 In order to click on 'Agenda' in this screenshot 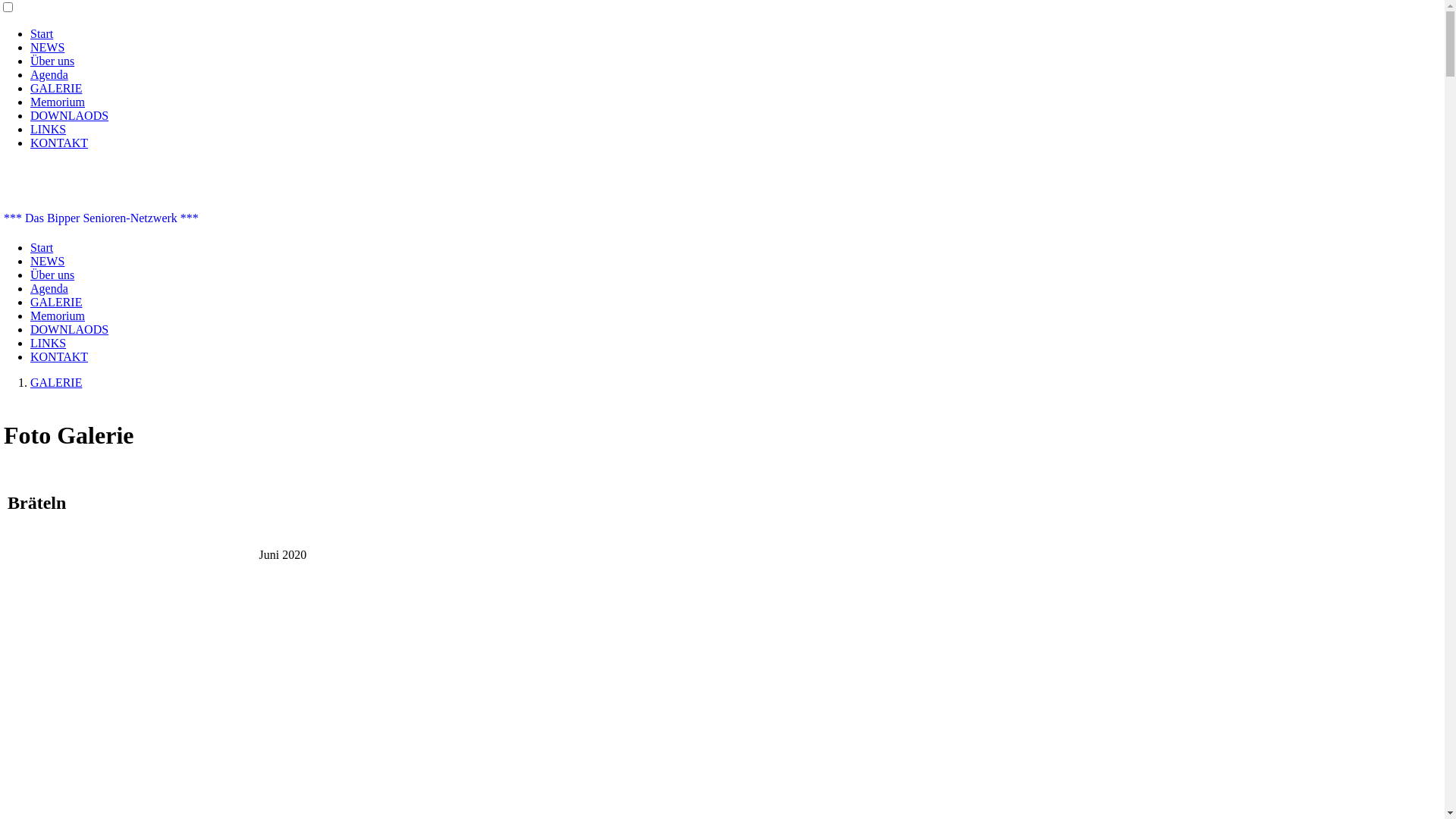, I will do `click(30, 288)`.